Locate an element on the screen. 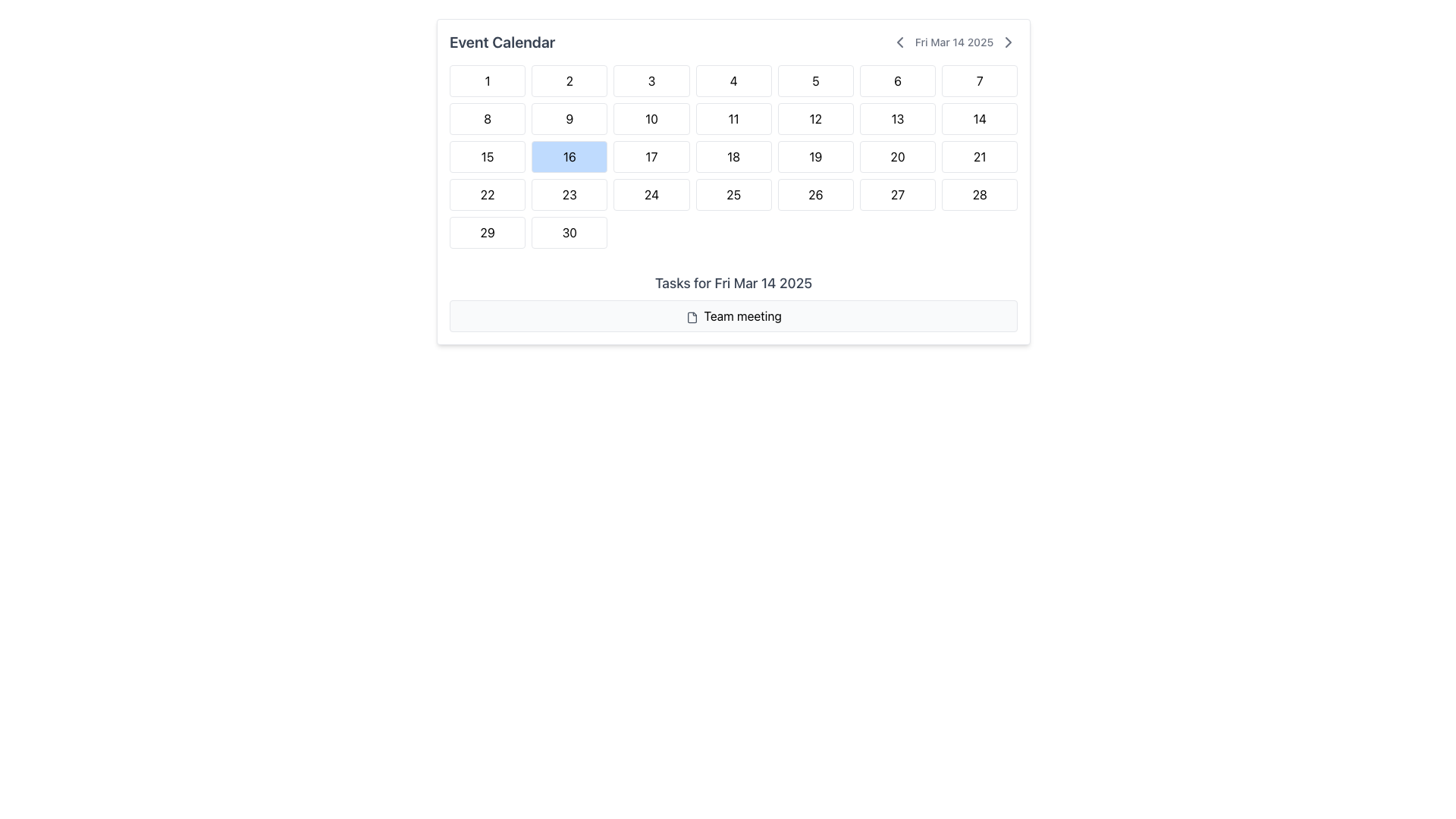  the left-pointing chevron arrow icon located in the header section is located at coordinates (899, 42).